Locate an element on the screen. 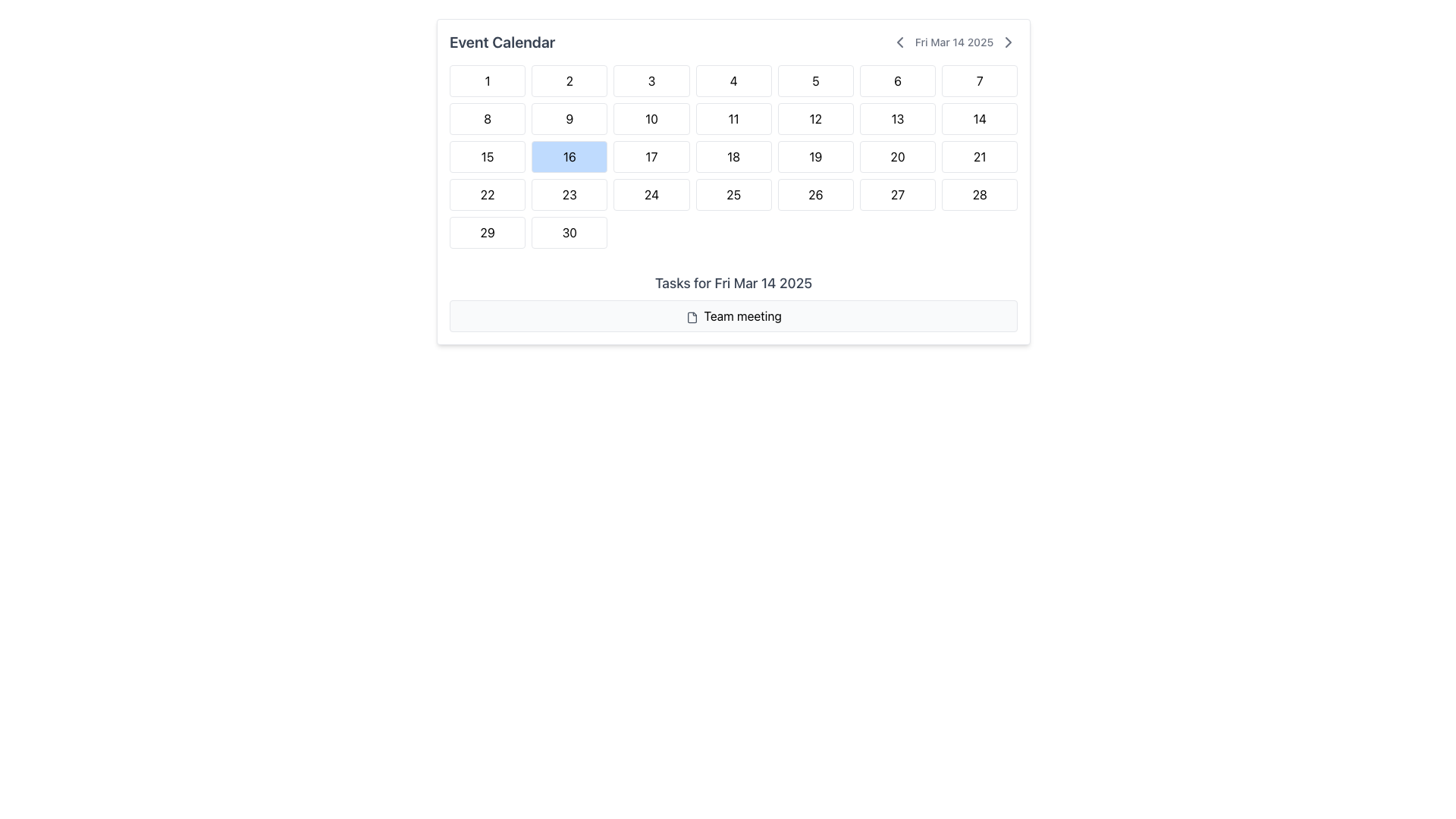  the left-pointing chevron arrow icon located in the header section is located at coordinates (899, 42).